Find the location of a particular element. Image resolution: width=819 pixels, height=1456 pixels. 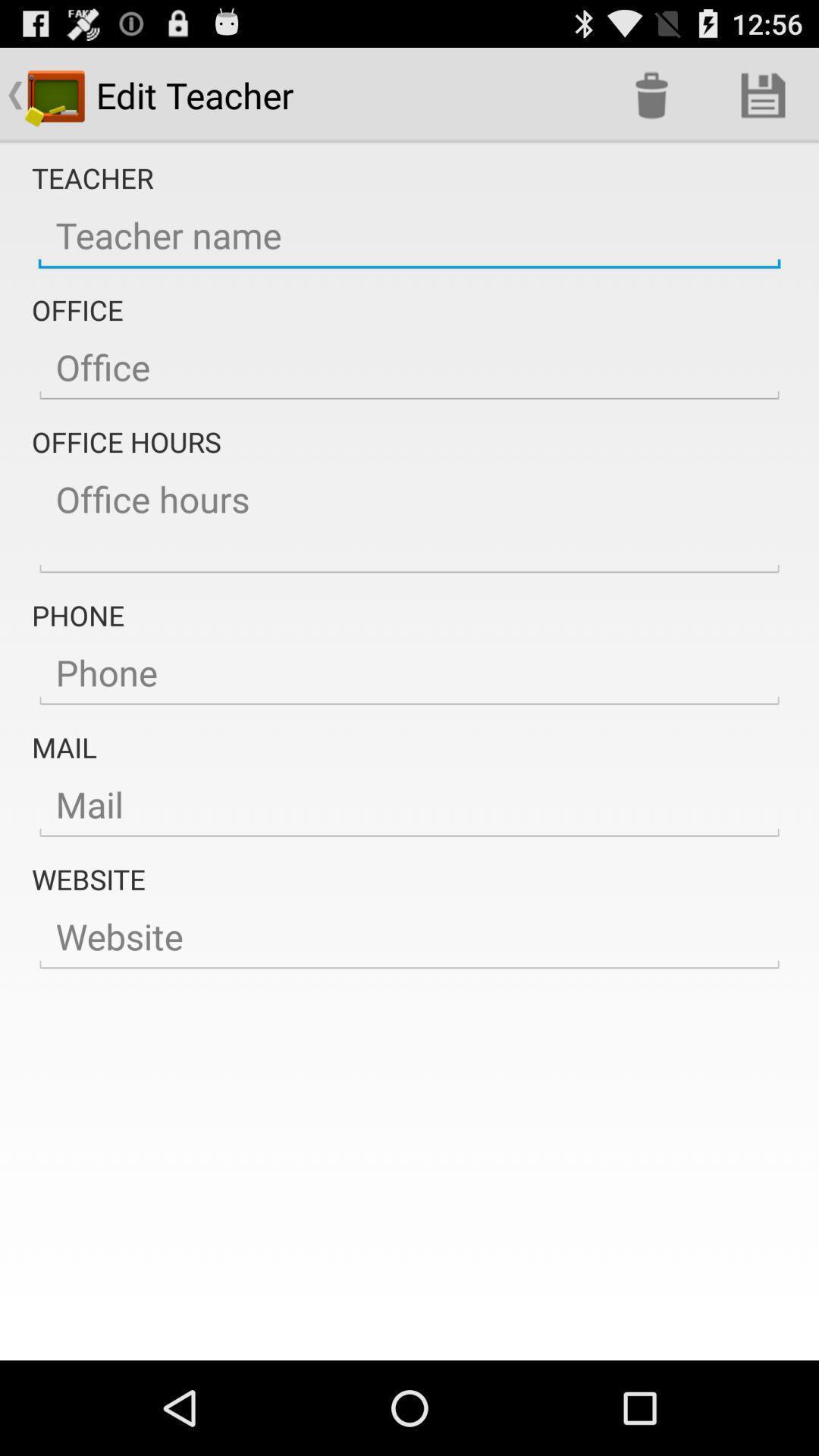

the button is used to enter the teachers name is located at coordinates (409, 235).